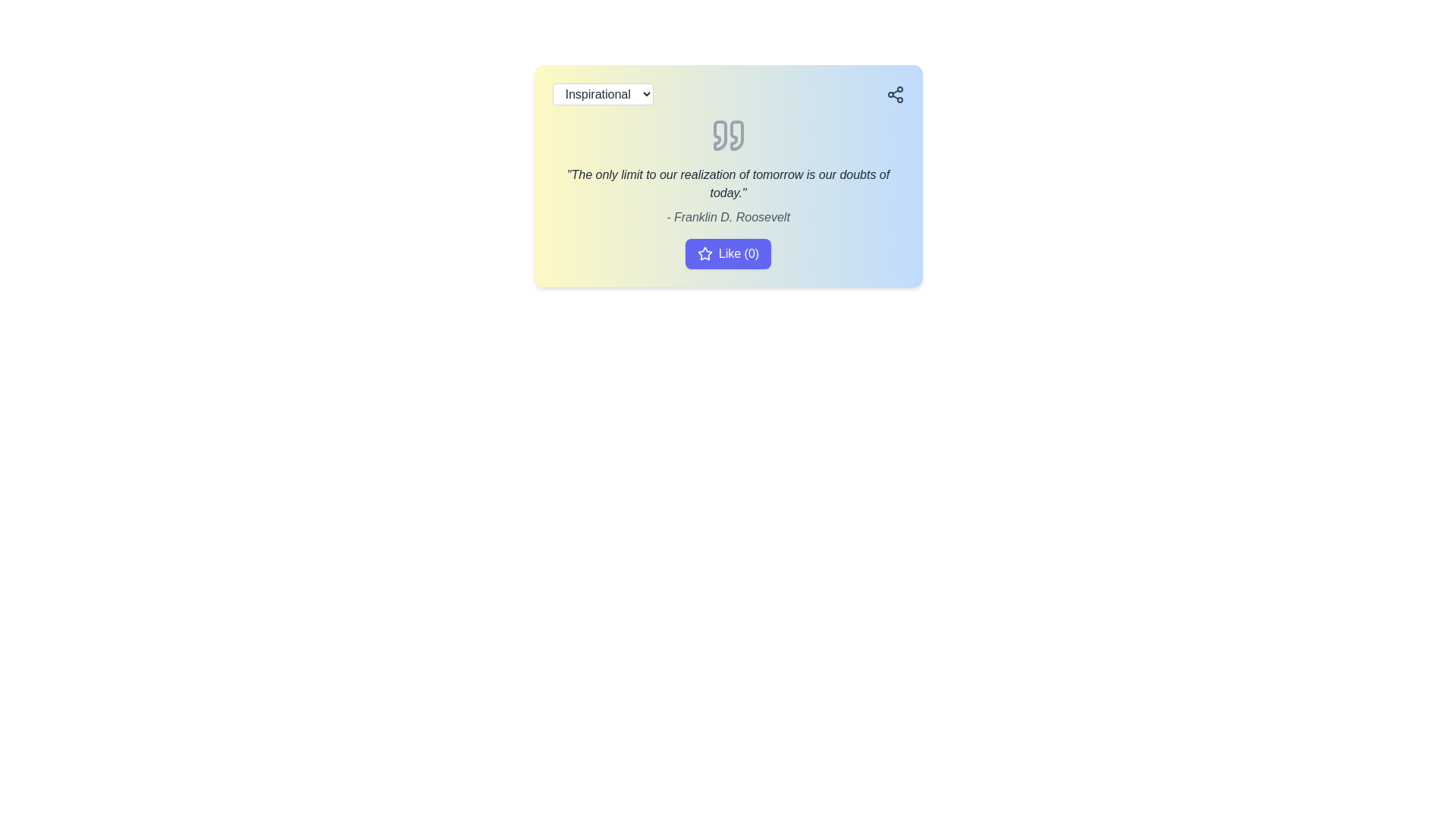 This screenshot has height=819, width=1456. Describe the element at coordinates (728, 253) in the screenshot. I see `the 'Like' button located at the bottom of the quote card to express appreciation for the displayed quote` at that location.